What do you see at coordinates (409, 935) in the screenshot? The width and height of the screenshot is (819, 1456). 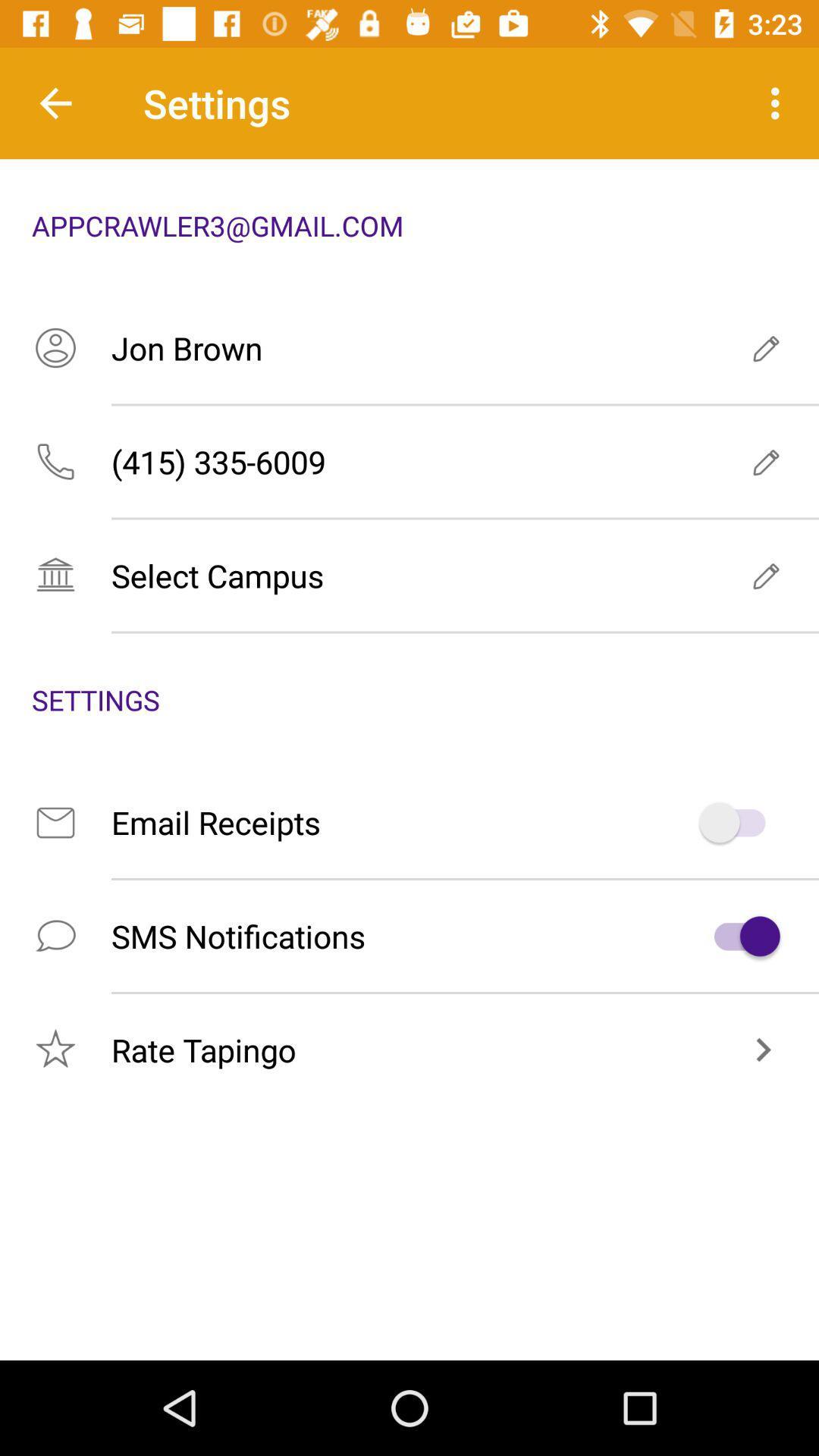 I see `the icon below email receipts item` at bounding box center [409, 935].